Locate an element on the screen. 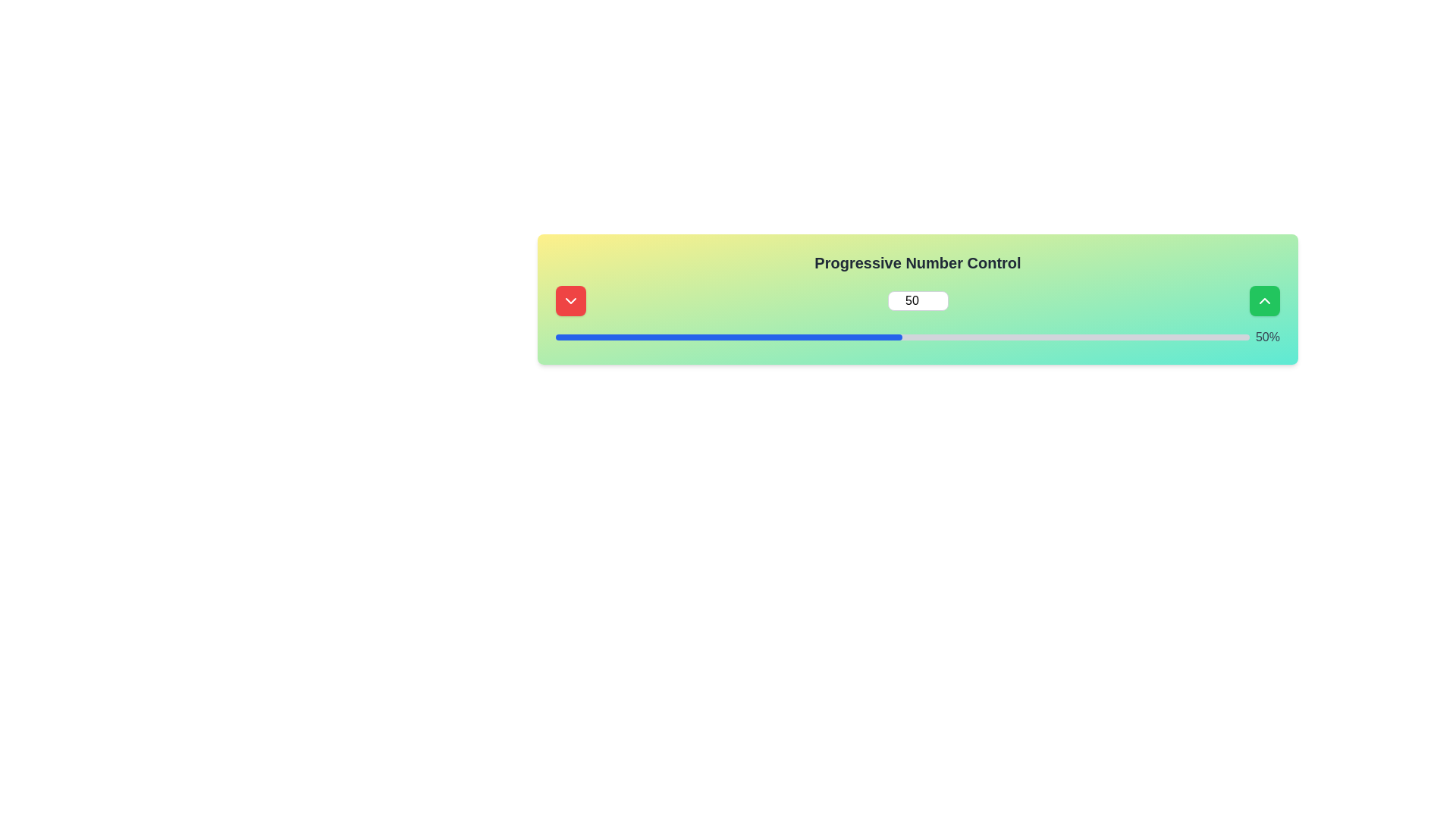 This screenshot has height=819, width=1456. the slider is located at coordinates (1089, 336).